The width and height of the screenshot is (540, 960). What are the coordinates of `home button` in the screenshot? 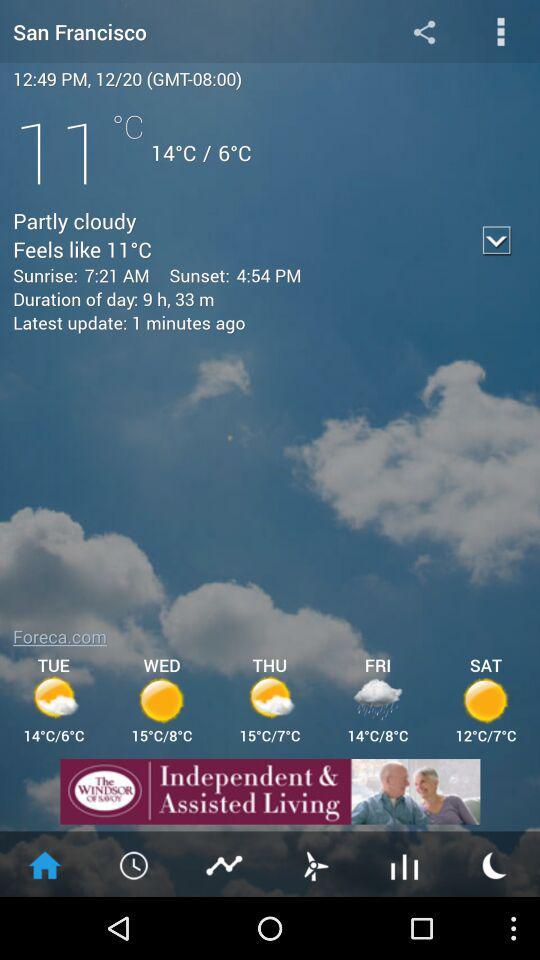 It's located at (44, 863).